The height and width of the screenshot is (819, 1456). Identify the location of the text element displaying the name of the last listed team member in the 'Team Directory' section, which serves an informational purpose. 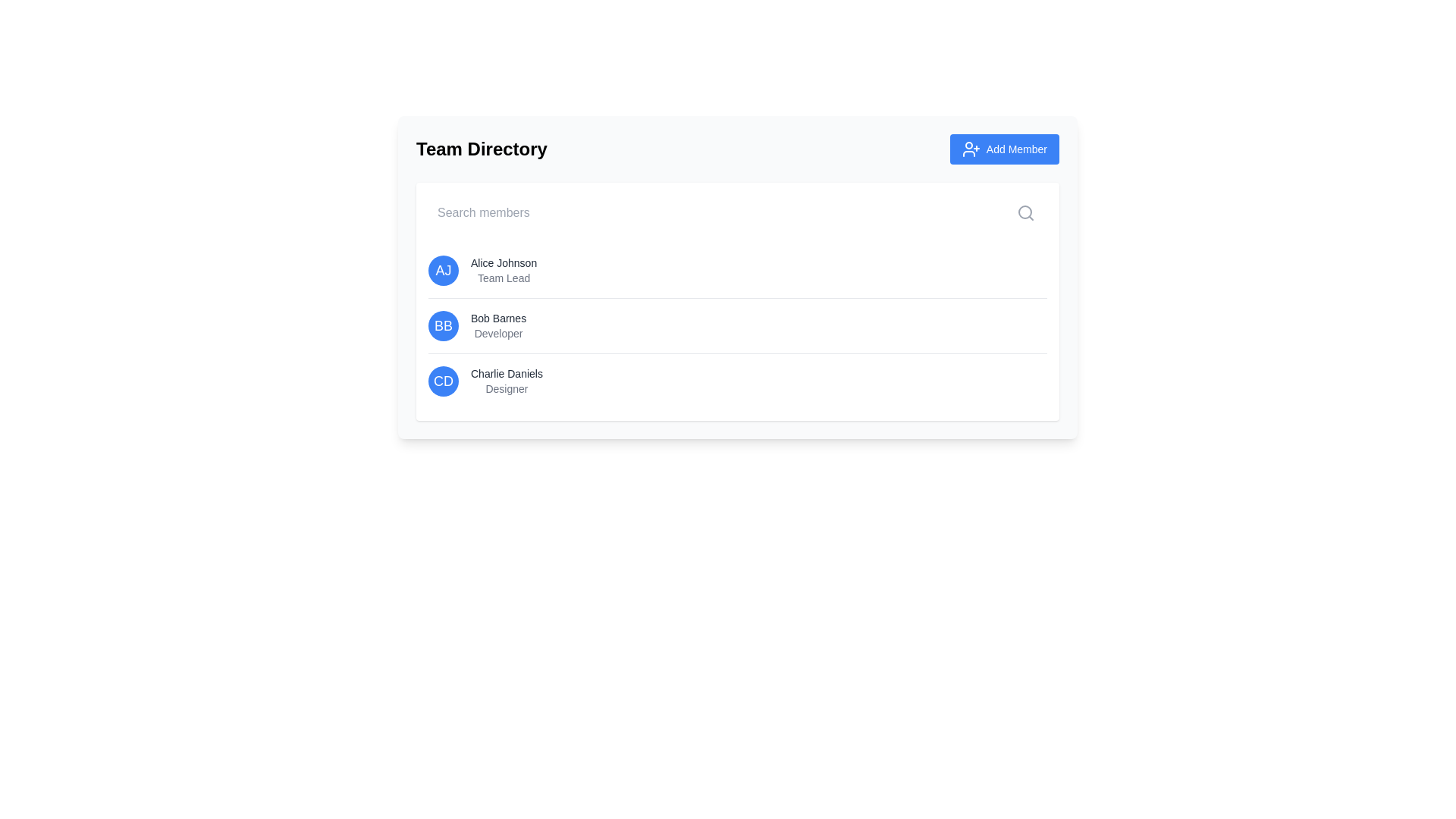
(507, 374).